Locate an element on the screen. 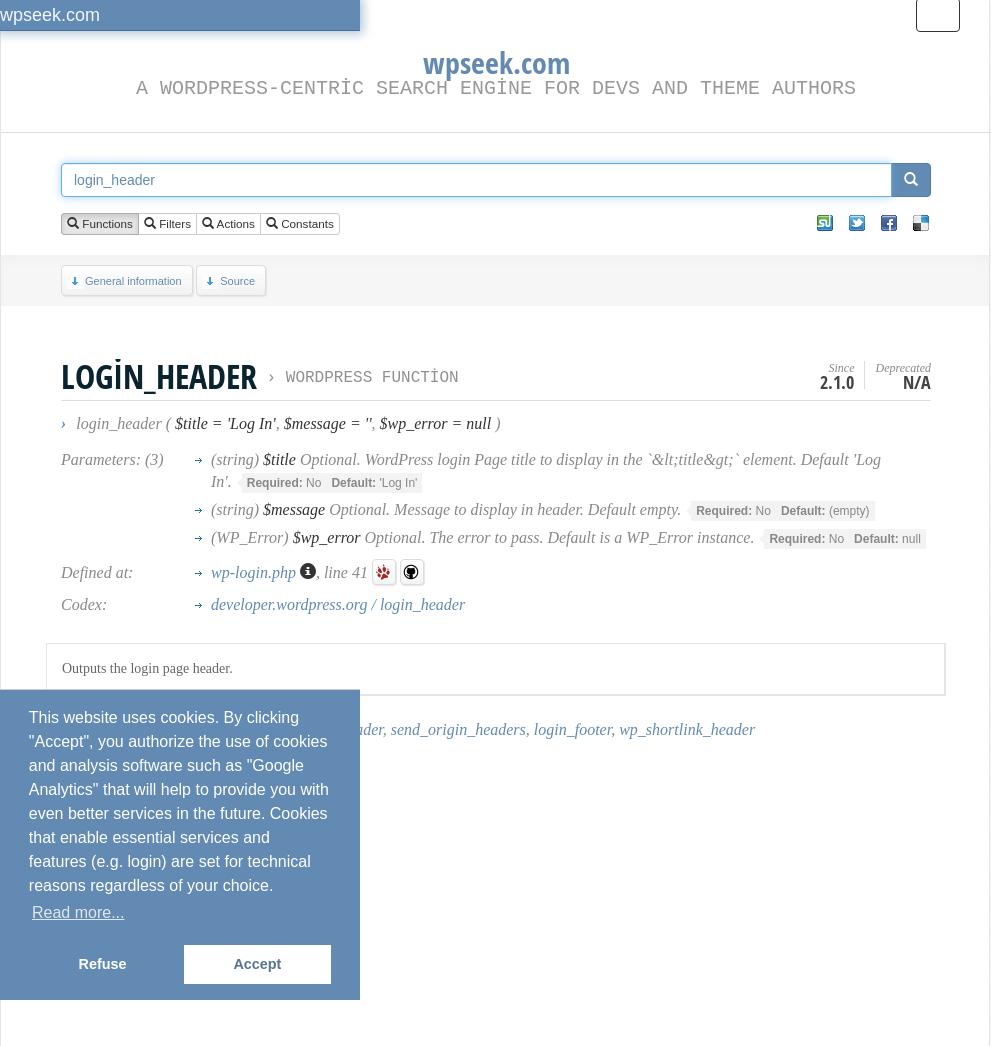 The height and width of the screenshot is (1046, 991). 'Source' is located at coordinates (237, 280).